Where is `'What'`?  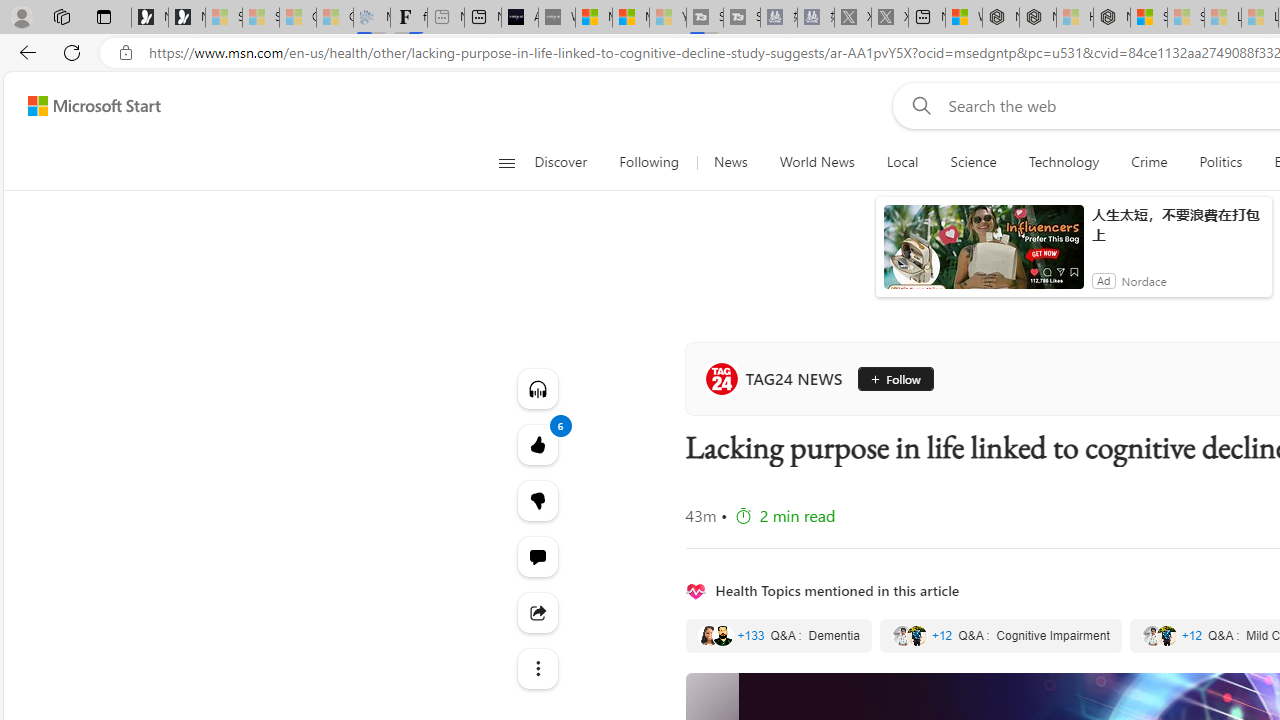 'What' is located at coordinates (556, 17).